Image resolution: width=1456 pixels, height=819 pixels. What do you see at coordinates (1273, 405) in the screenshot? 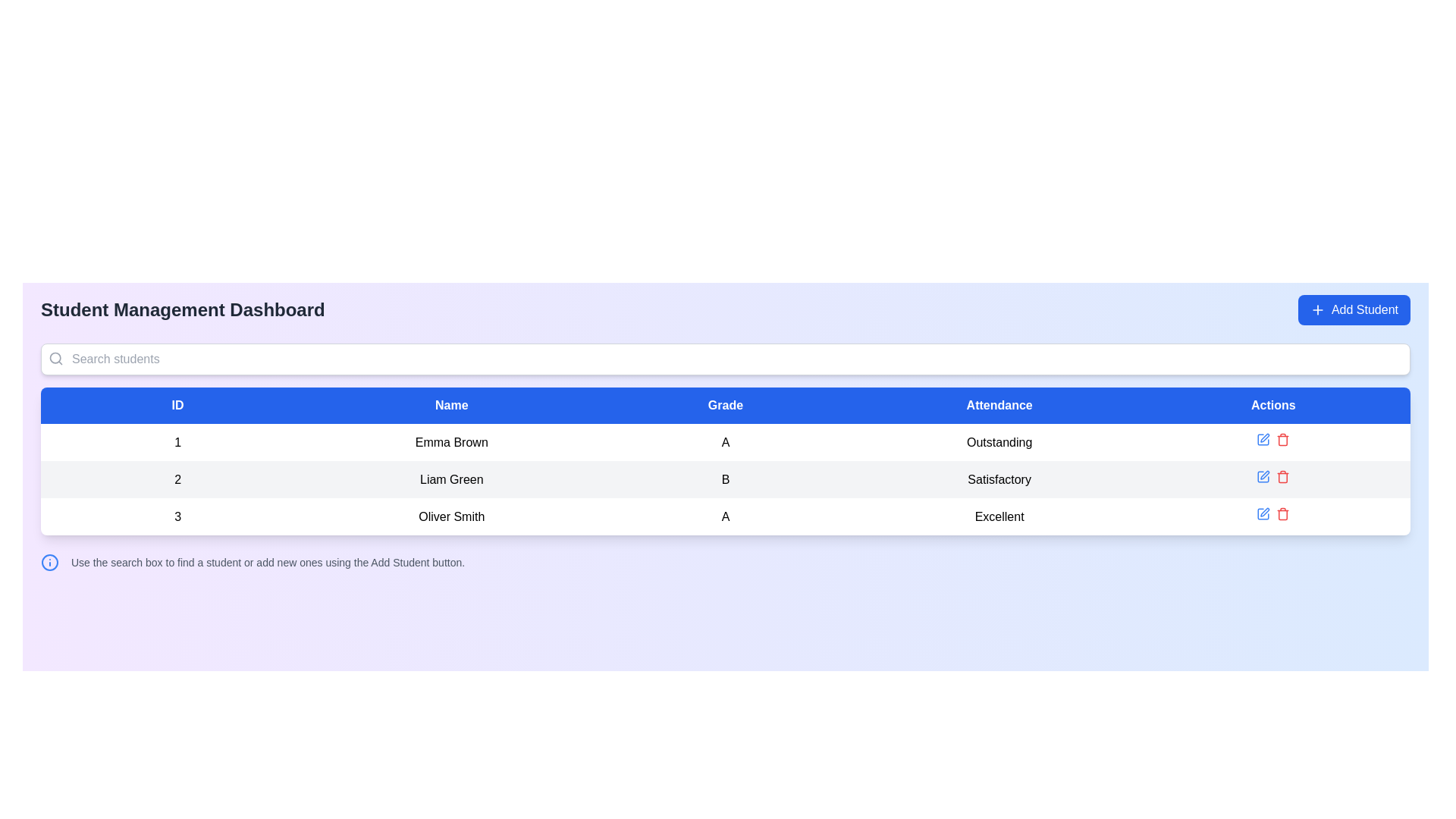
I see `the static text label indicating the 'Actions' column in the table, which is the fifth column header located to the right of the 'Attendance' column header` at bounding box center [1273, 405].